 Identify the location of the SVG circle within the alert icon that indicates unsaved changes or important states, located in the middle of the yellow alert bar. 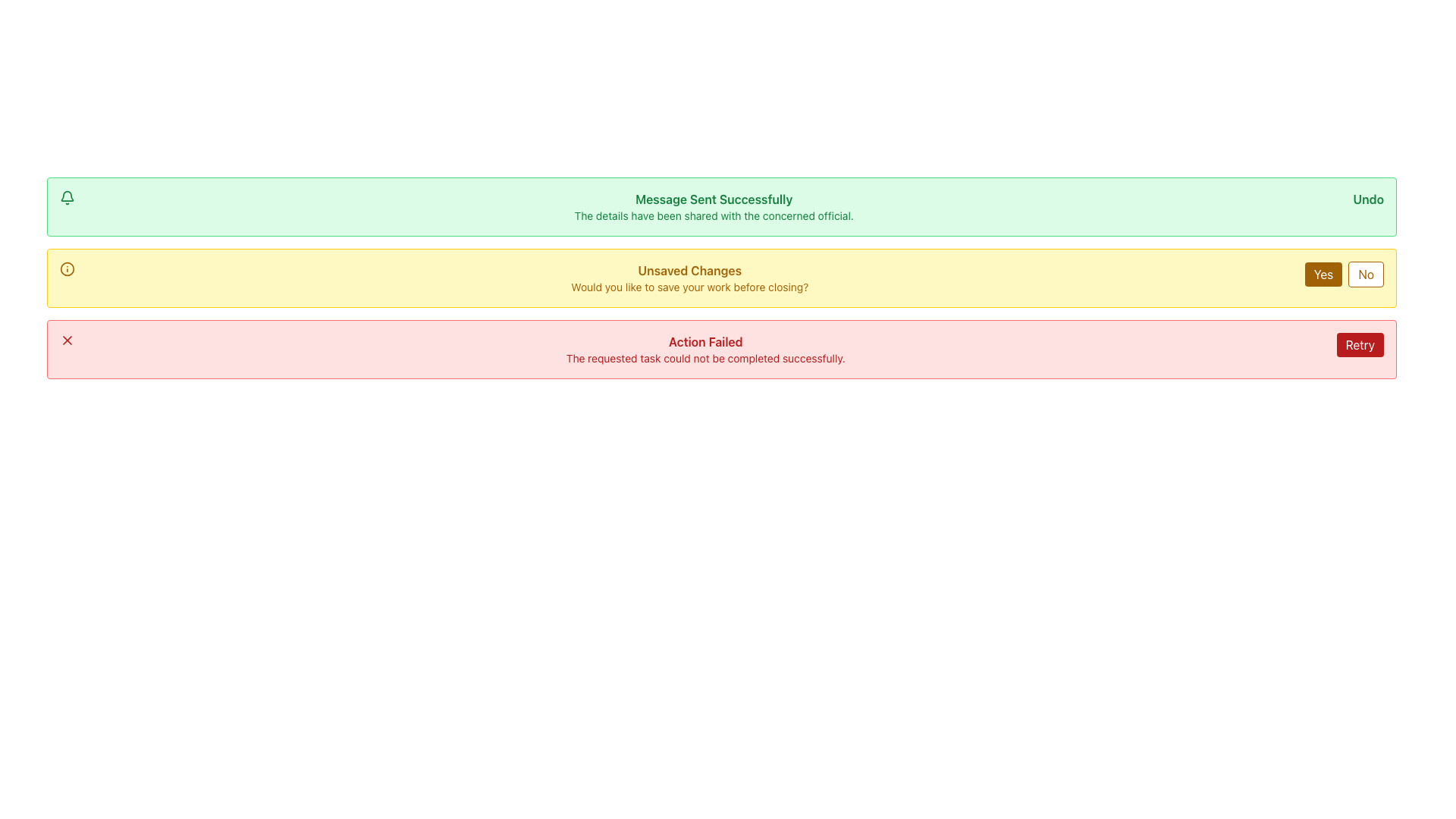
(67, 268).